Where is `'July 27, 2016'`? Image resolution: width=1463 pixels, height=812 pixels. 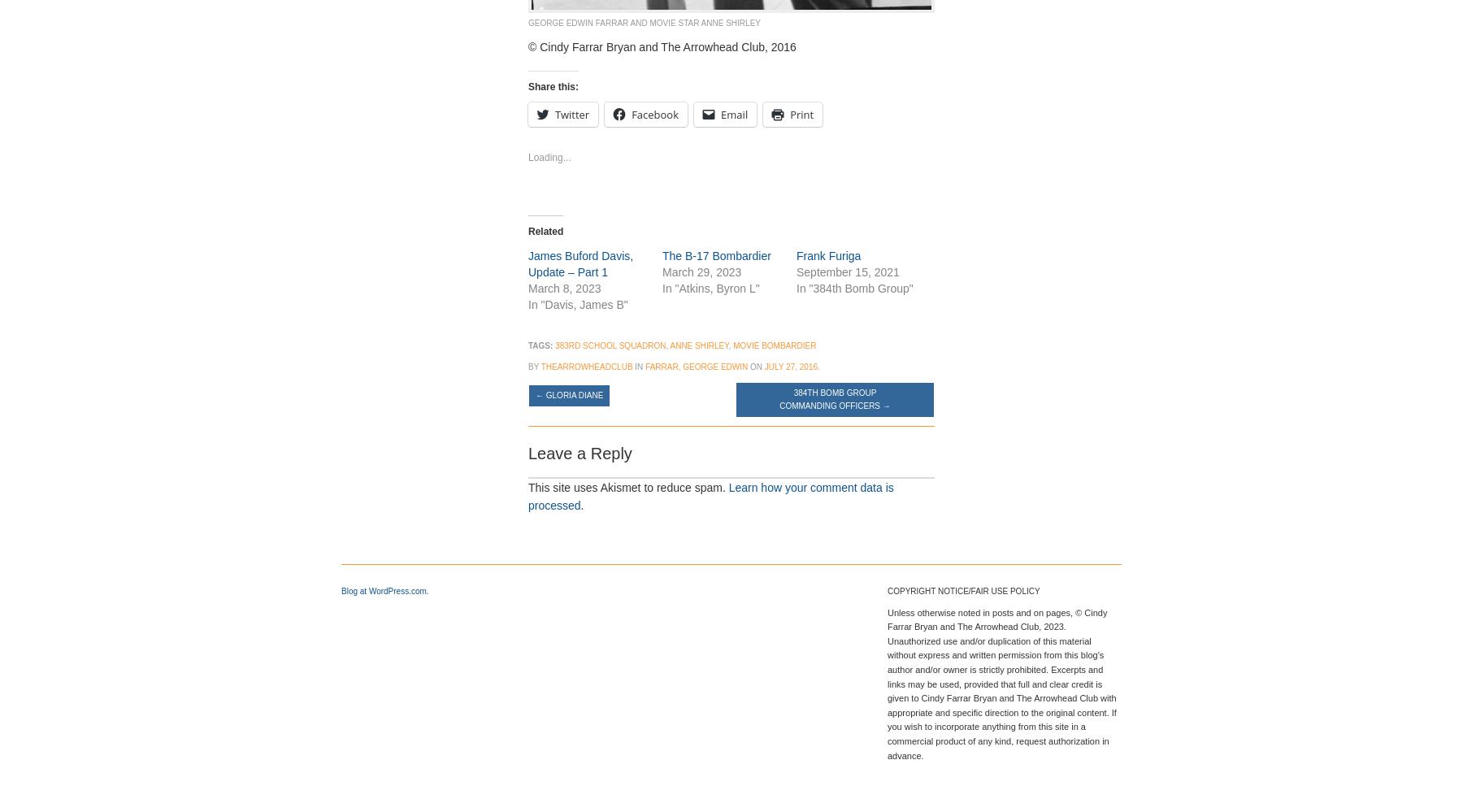 'July 27, 2016' is located at coordinates (790, 367).